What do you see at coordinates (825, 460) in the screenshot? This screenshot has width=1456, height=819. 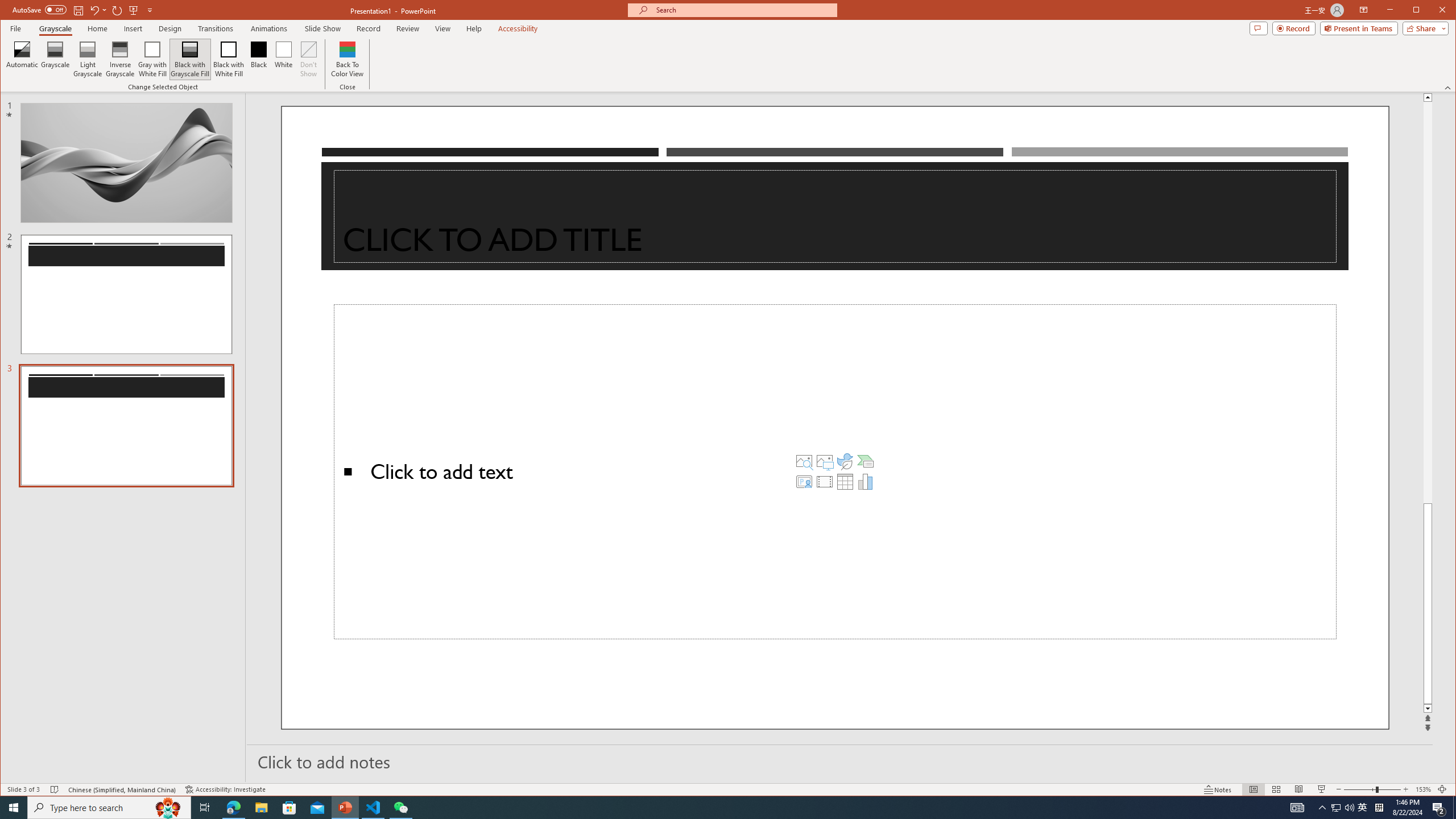 I see `'Pictures'` at bounding box center [825, 460].